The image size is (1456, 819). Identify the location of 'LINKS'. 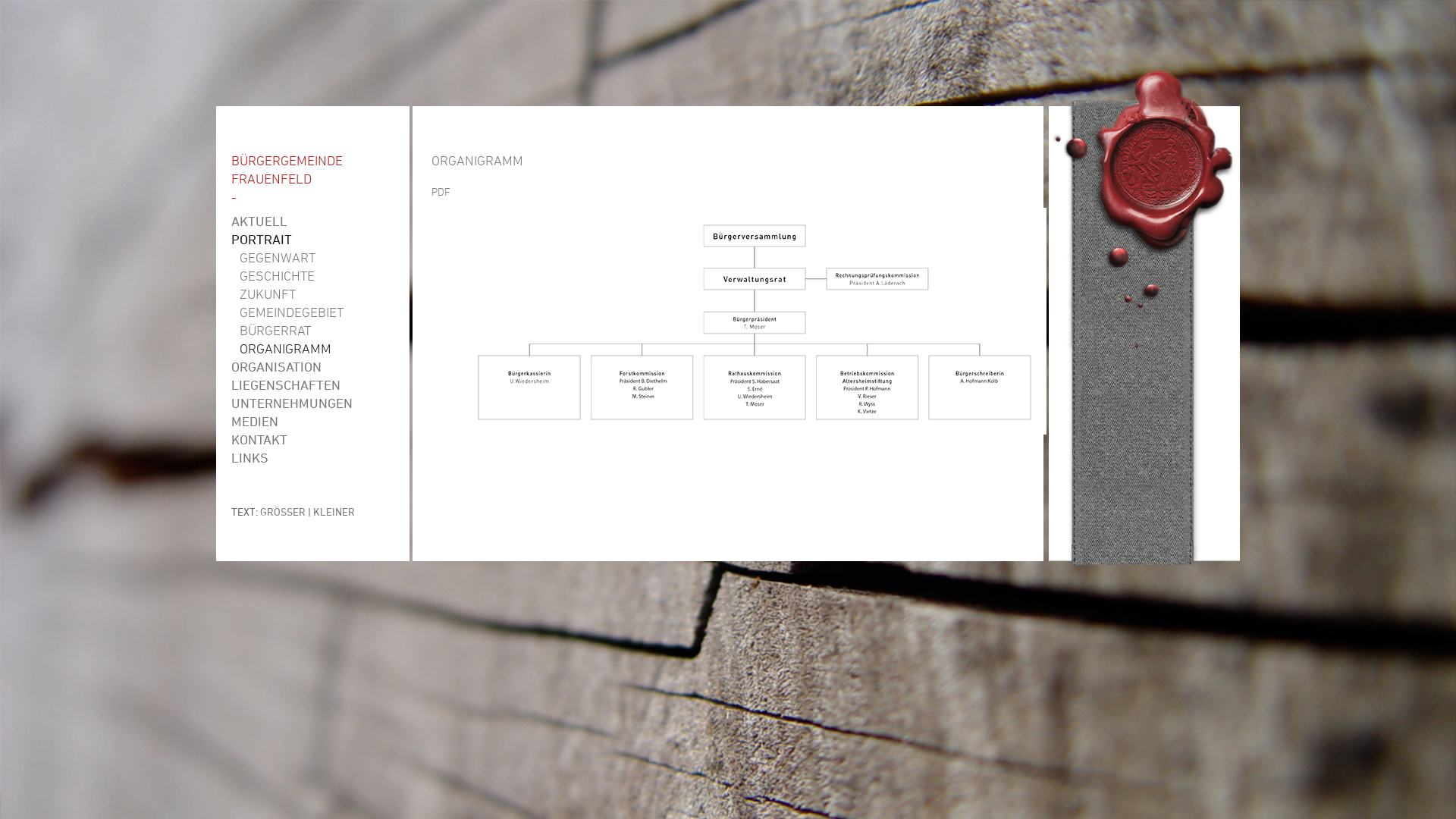
(312, 457).